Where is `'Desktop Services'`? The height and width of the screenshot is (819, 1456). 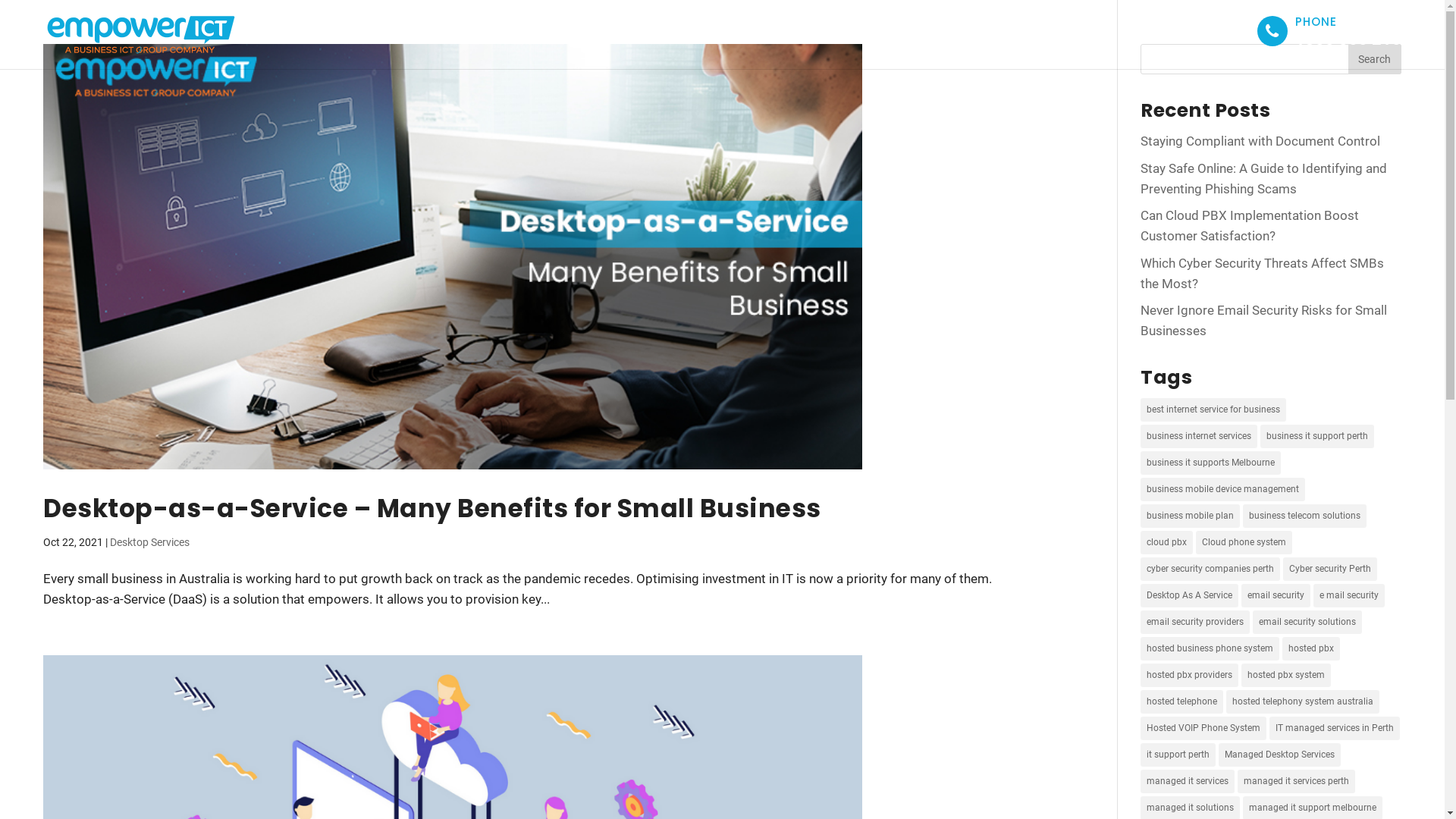 'Desktop Services' is located at coordinates (149, 541).